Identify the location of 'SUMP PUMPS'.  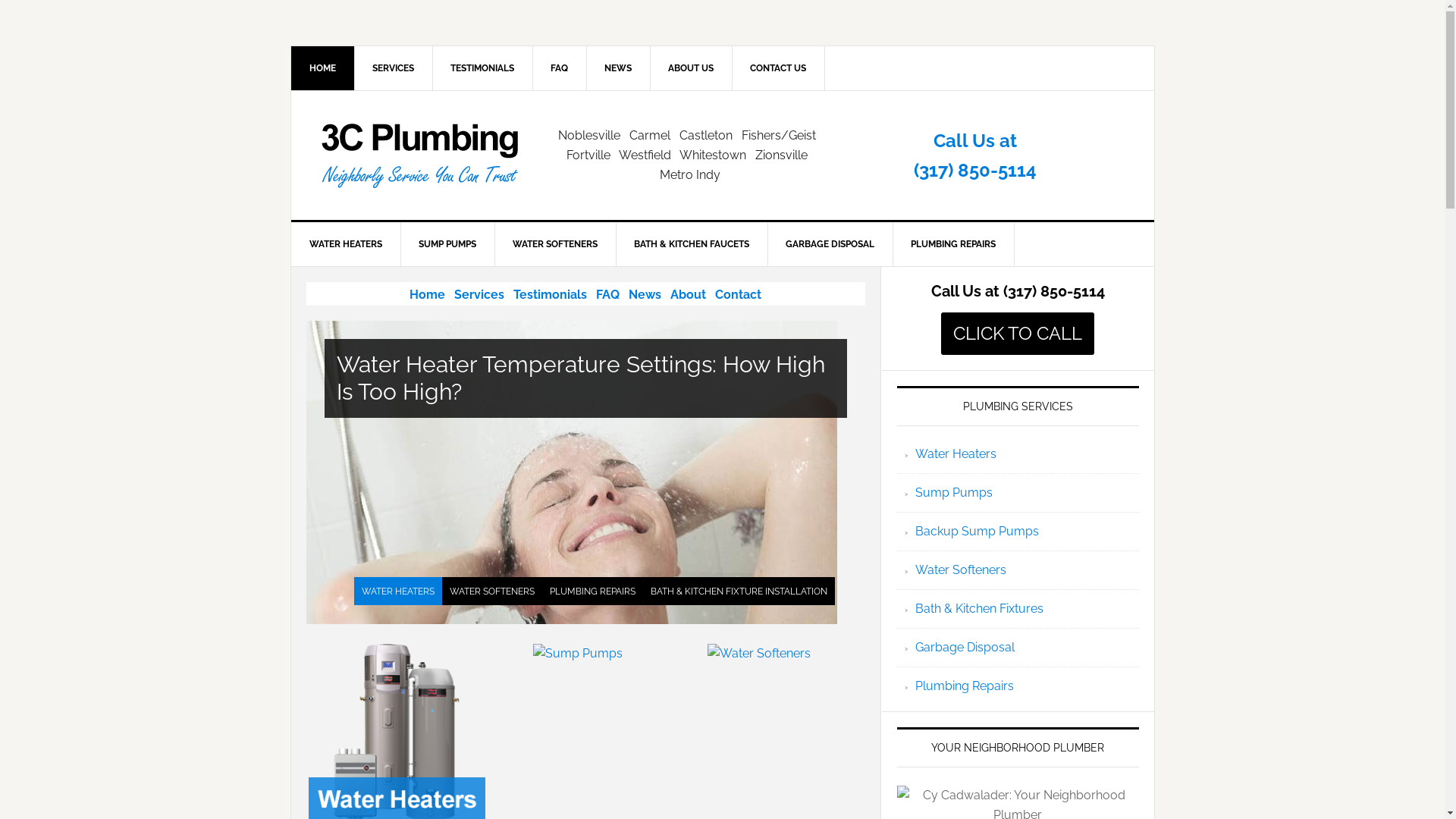
(447, 243).